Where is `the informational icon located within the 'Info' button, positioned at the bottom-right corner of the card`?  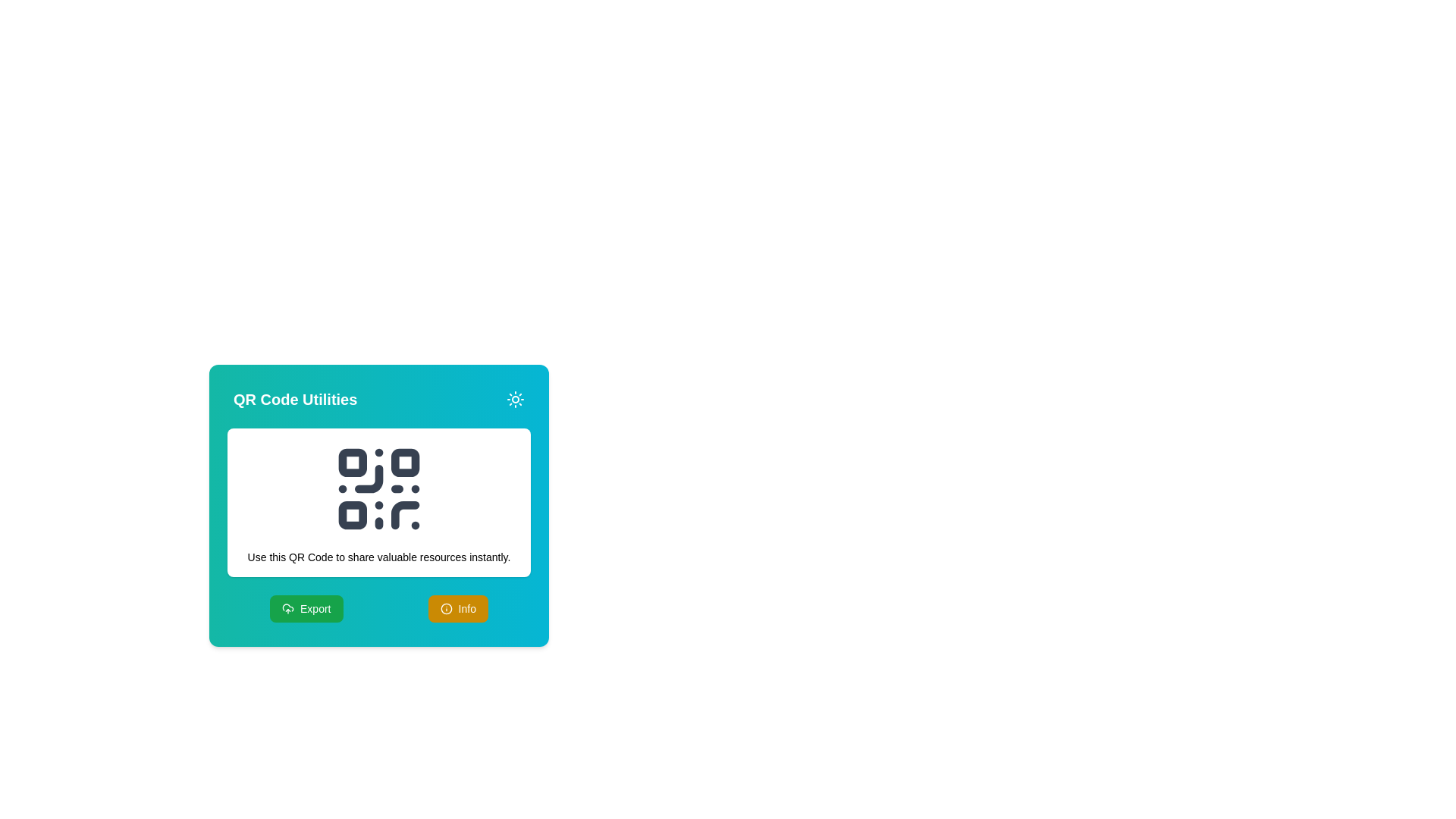
the informational icon located within the 'Info' button, positioned at the bottom-right corner of the card is located at coordinates (445, 607).